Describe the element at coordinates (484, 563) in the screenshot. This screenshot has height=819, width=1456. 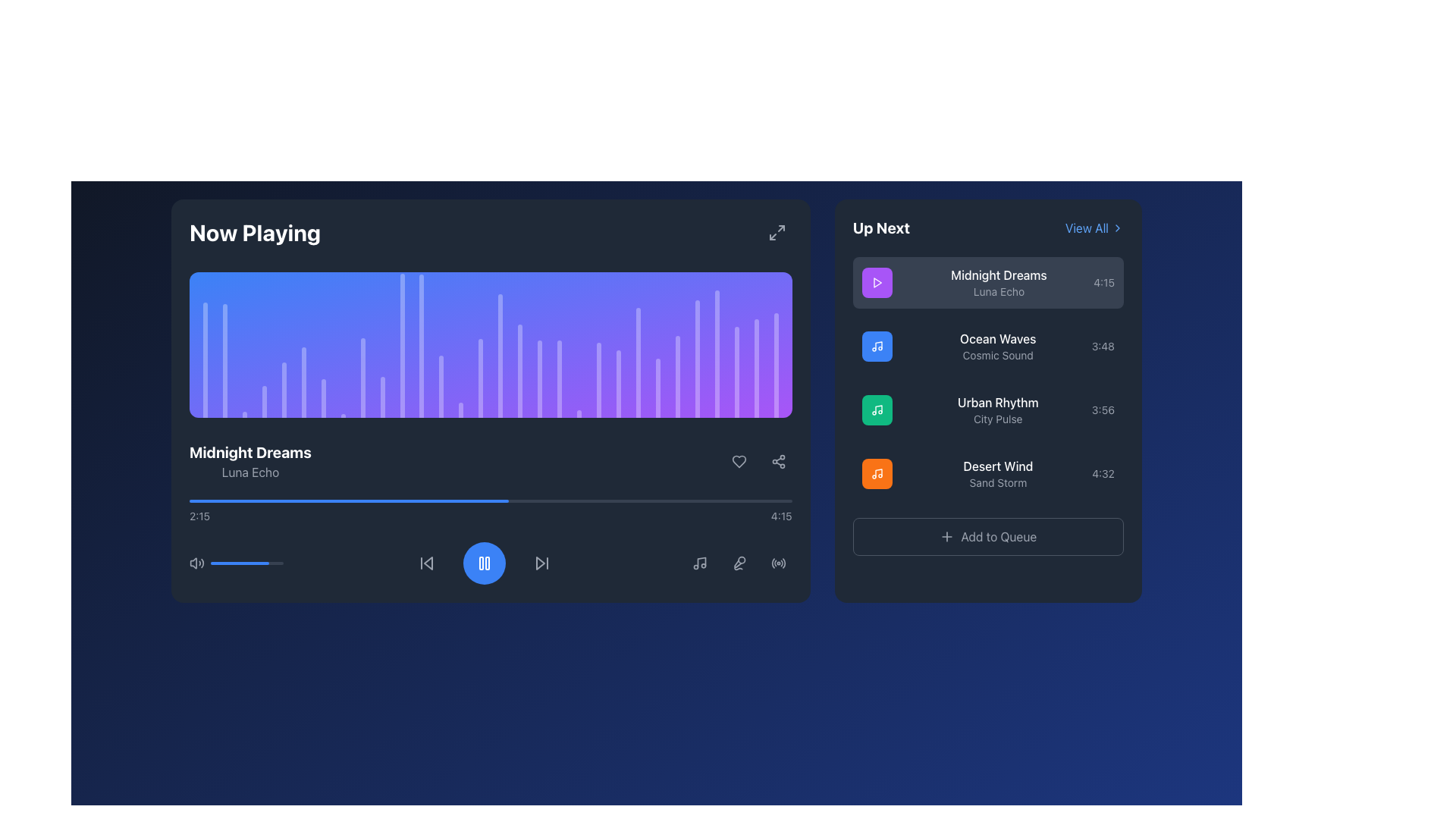
I see `the circular blue pause button with a white icon` at that location.